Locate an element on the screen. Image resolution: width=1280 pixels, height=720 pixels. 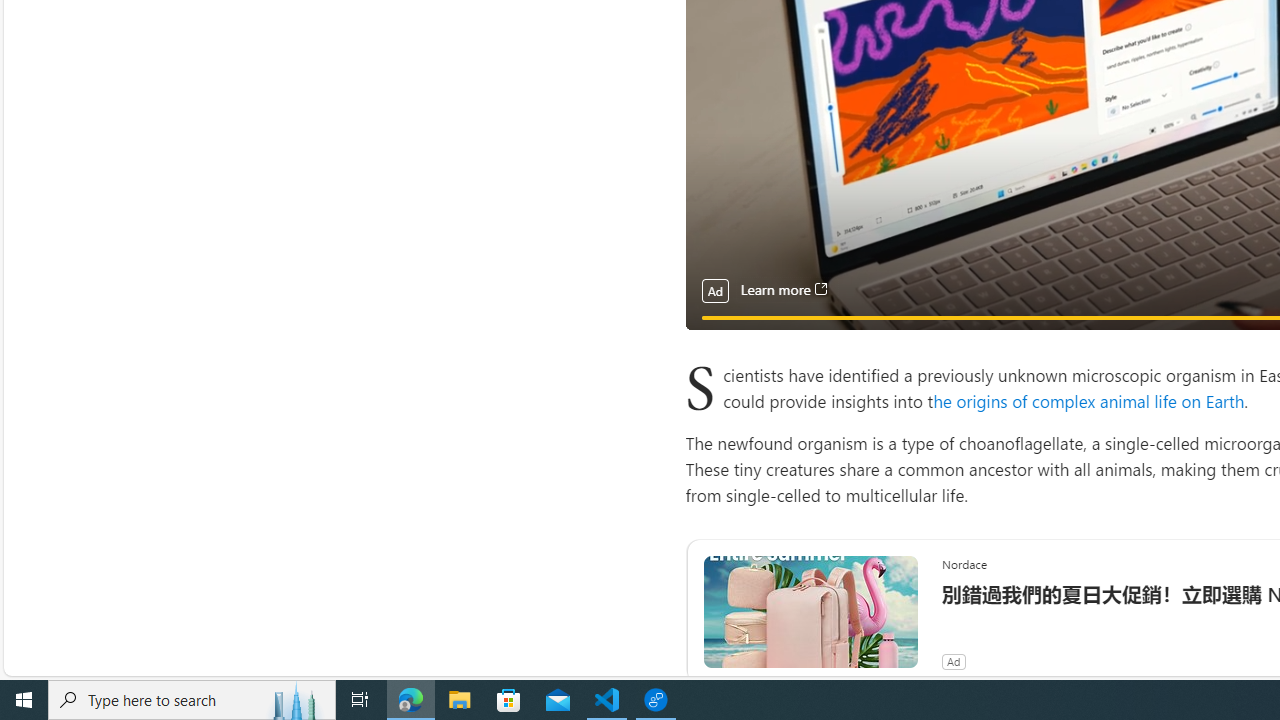
'Learn more' is located at coordinates (782, 290).